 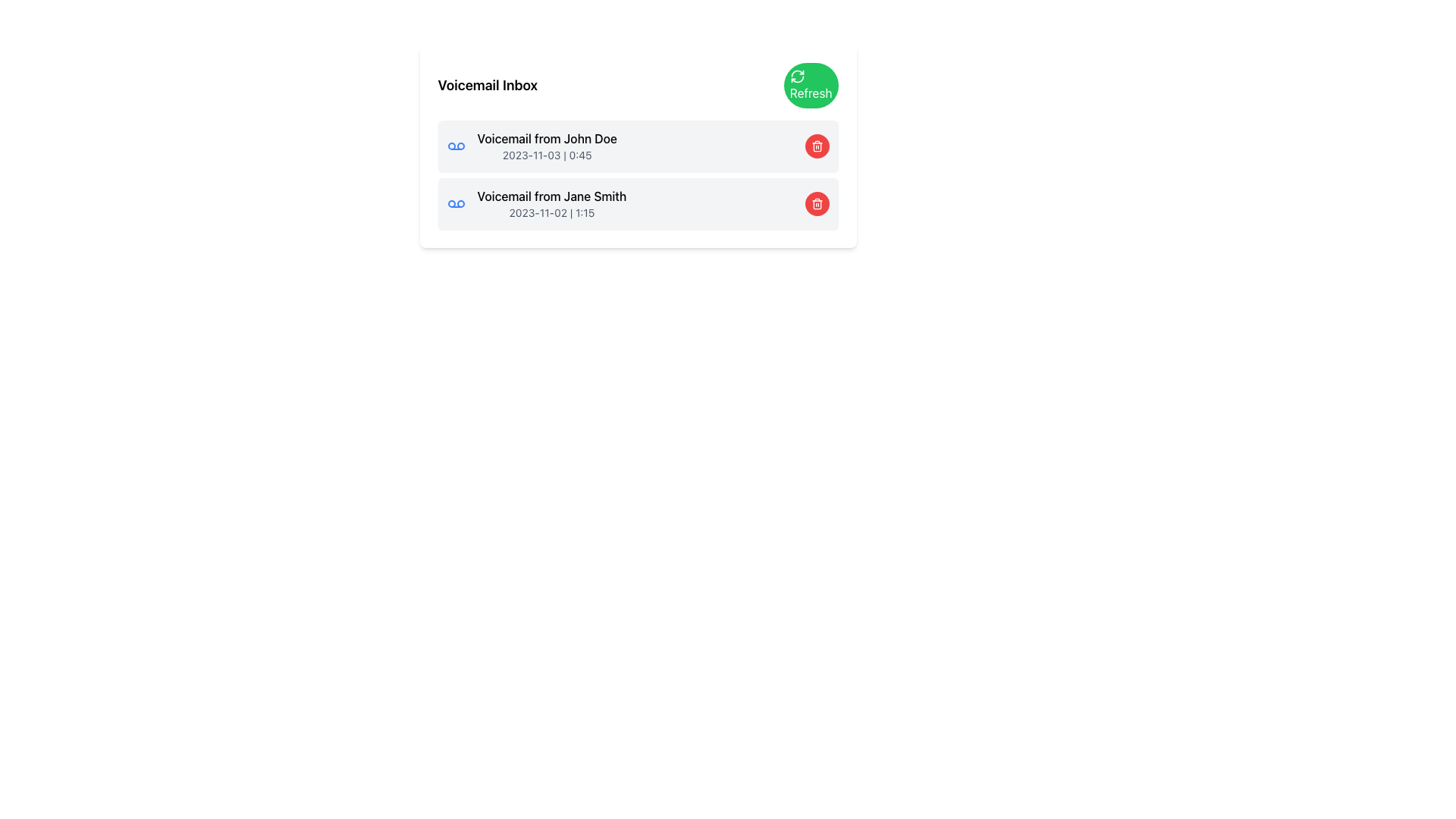 What do you see at coordinates (546, 155) in the screenshot?
I see `the text label displaying '2023-11-03 | 0:45', which is styled in gray and located below the bolded sender name 'Voicemail from John Doe'` at bounding box center [546, 155].